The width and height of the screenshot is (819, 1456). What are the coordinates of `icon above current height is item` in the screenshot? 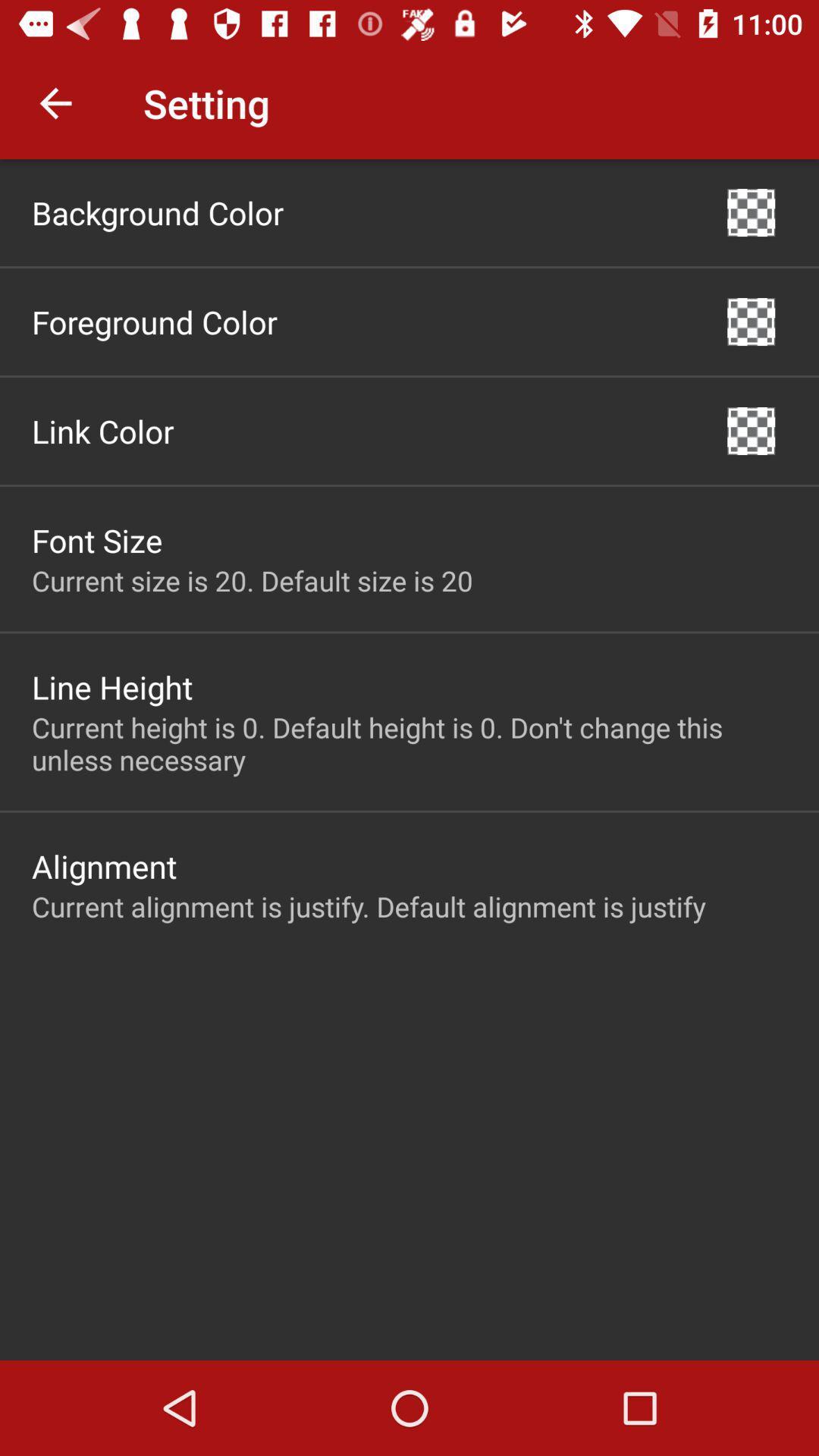 It's located at (751, 430).